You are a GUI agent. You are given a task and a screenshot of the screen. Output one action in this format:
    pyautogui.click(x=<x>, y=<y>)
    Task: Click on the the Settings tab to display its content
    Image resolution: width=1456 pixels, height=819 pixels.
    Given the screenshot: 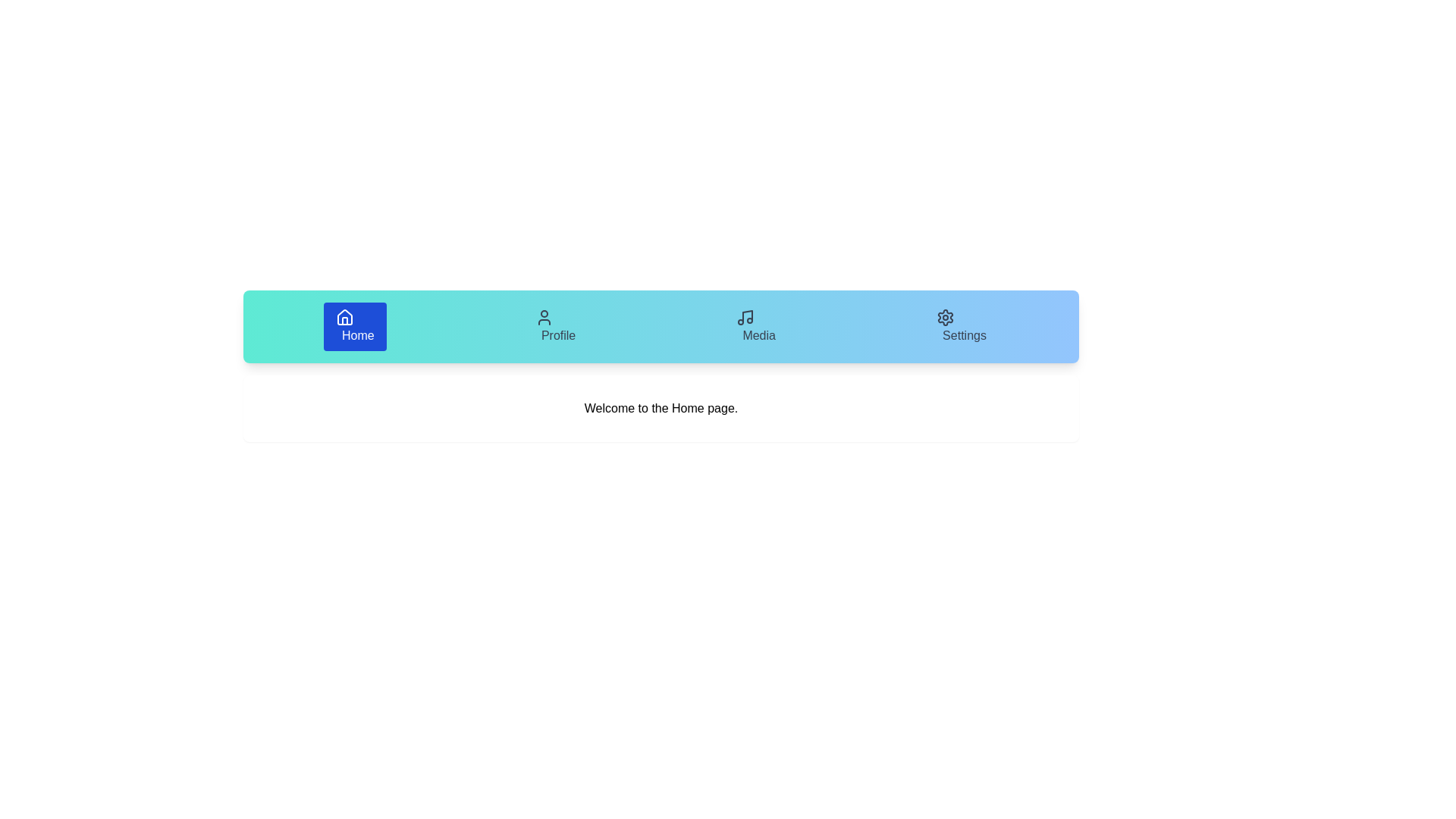 What is the action you would take?
    pyautogui.click(x=960, y=326)
    